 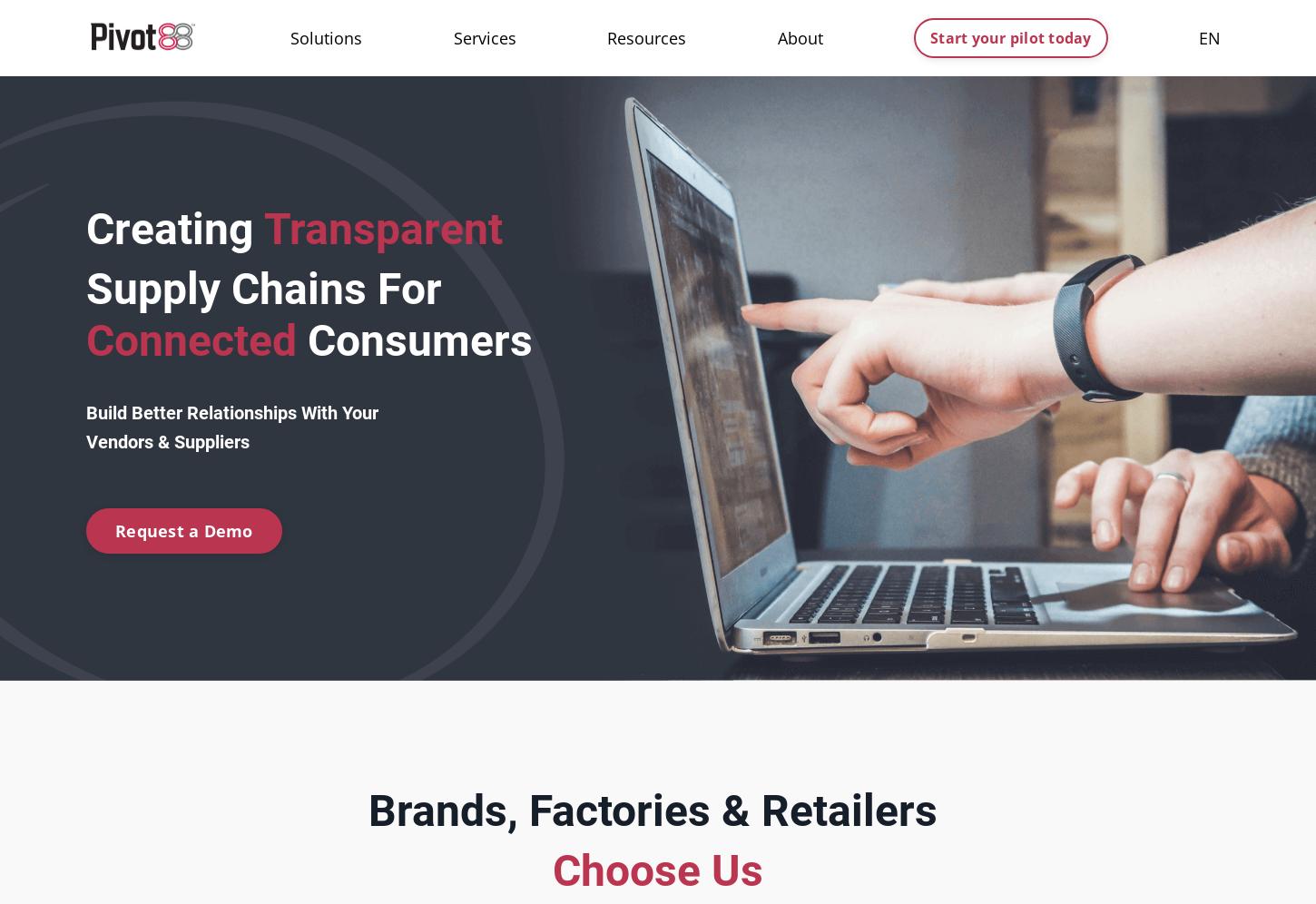 I want to click on 'Request a Demo', so click(x=182, y=529).